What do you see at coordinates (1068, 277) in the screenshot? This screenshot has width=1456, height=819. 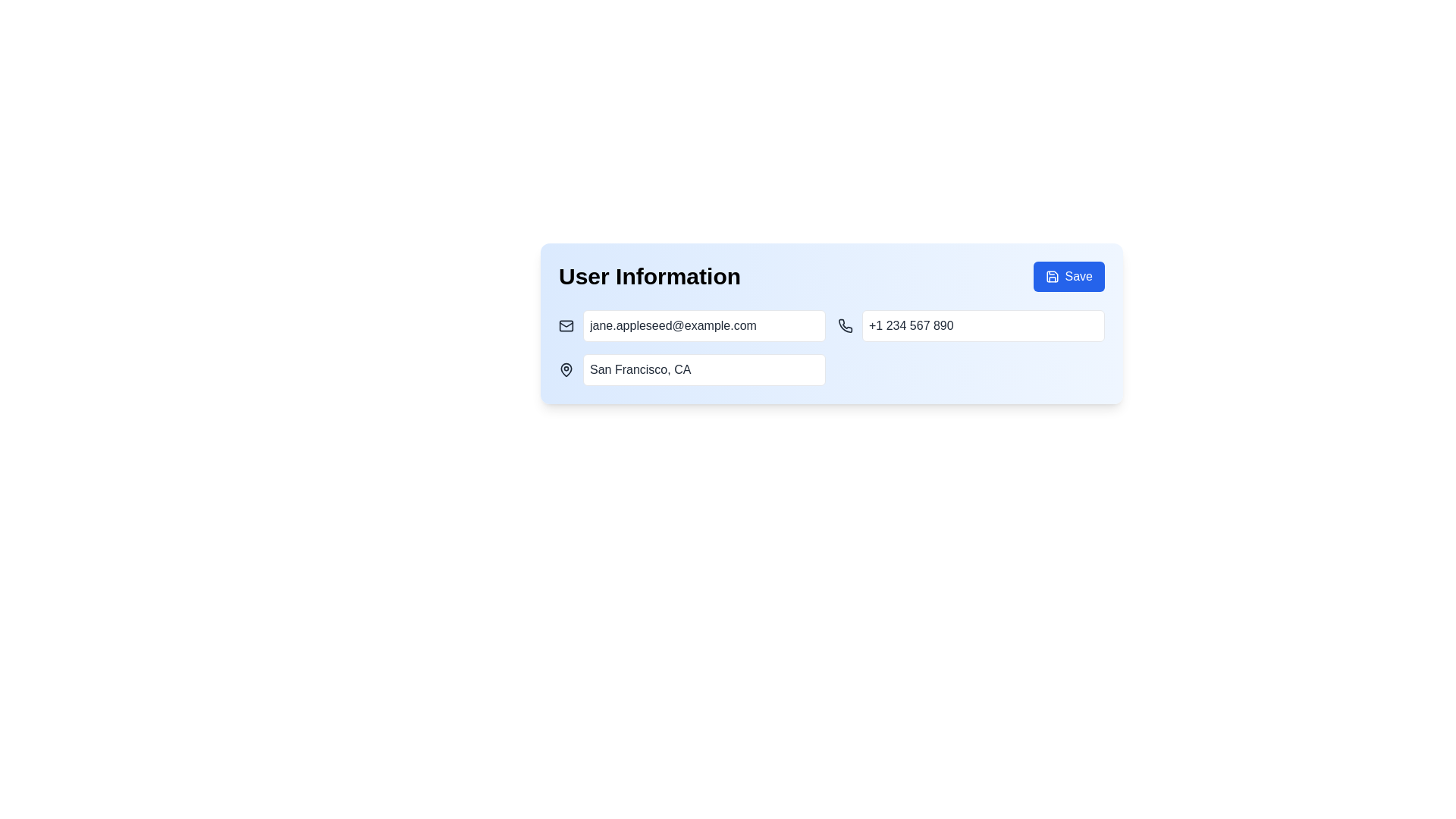 I see `the save button located in the top-right corner of the 'User Information' section` at bounding box center [1068, 277].